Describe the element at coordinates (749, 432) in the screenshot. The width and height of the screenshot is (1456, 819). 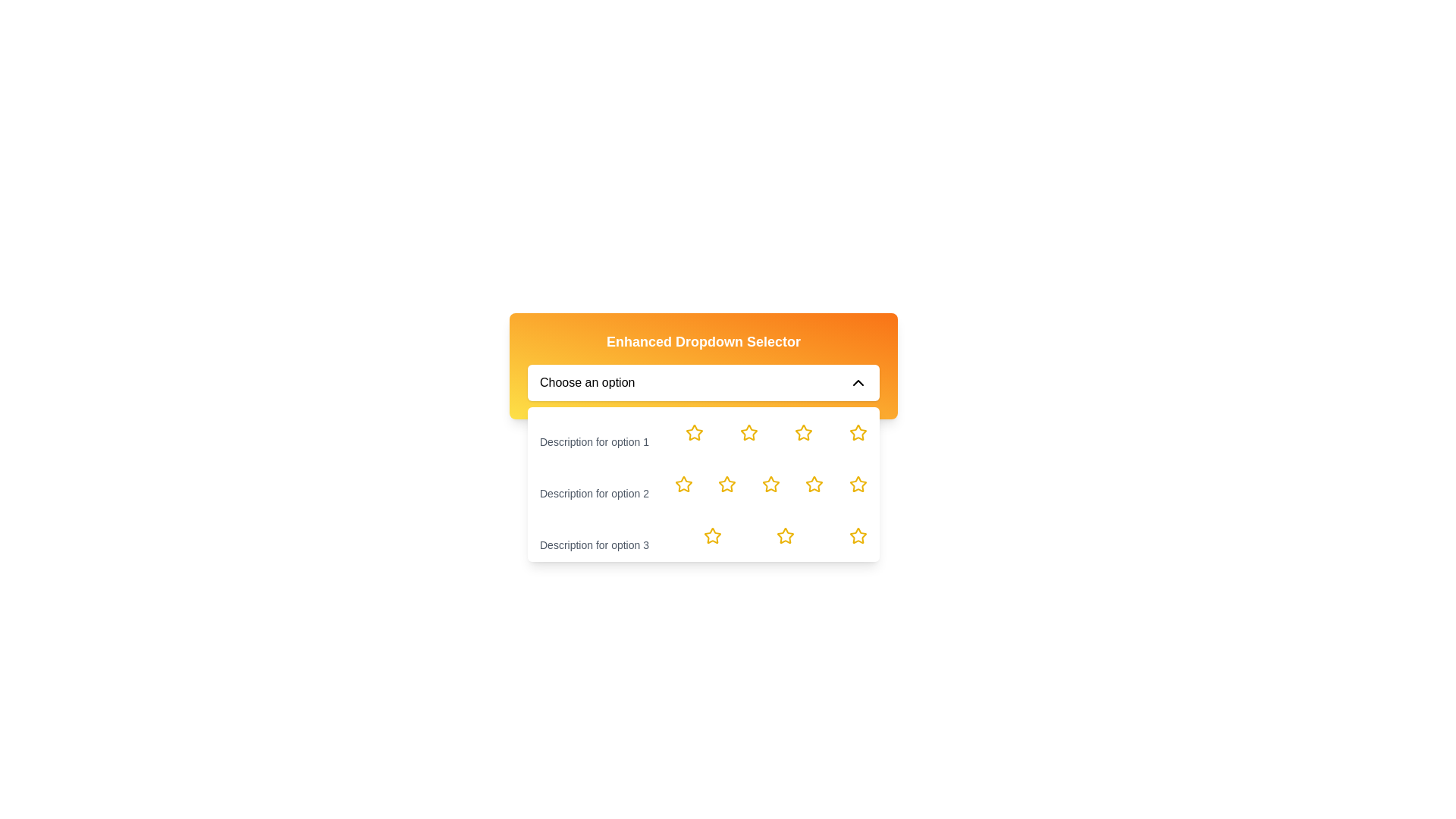
I see `the second star icon in the row of five yellow stars within the 'Option 1' section` at that location.